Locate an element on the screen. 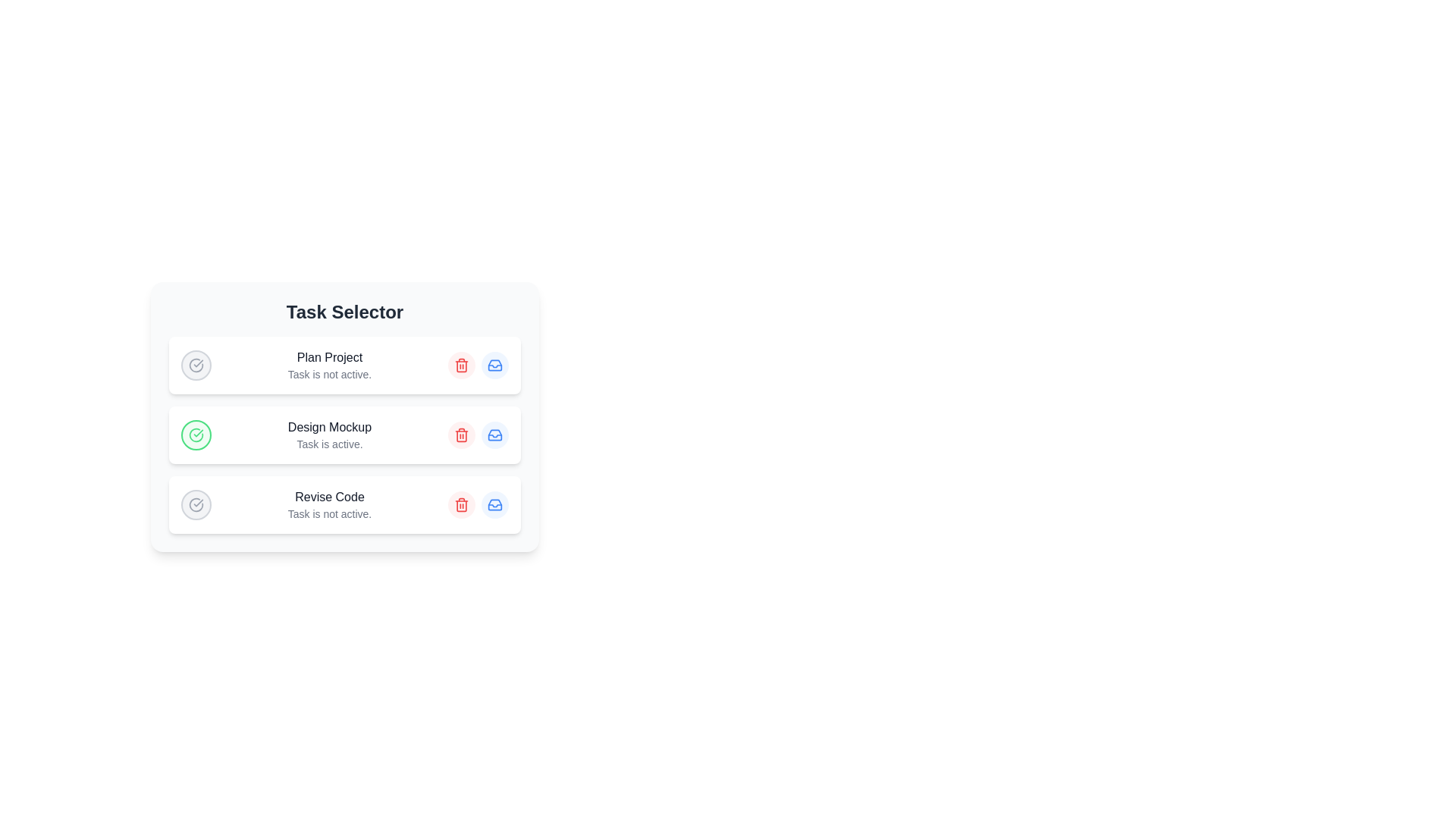 The height and width of the screenshot is (819, 1456). the red circular button with a trash bin icon, located to the right of the 'Plan Project' list item in the 'Task Selector' interface, to observe any tooltip or hover effect is located at coordinates (461, 366).